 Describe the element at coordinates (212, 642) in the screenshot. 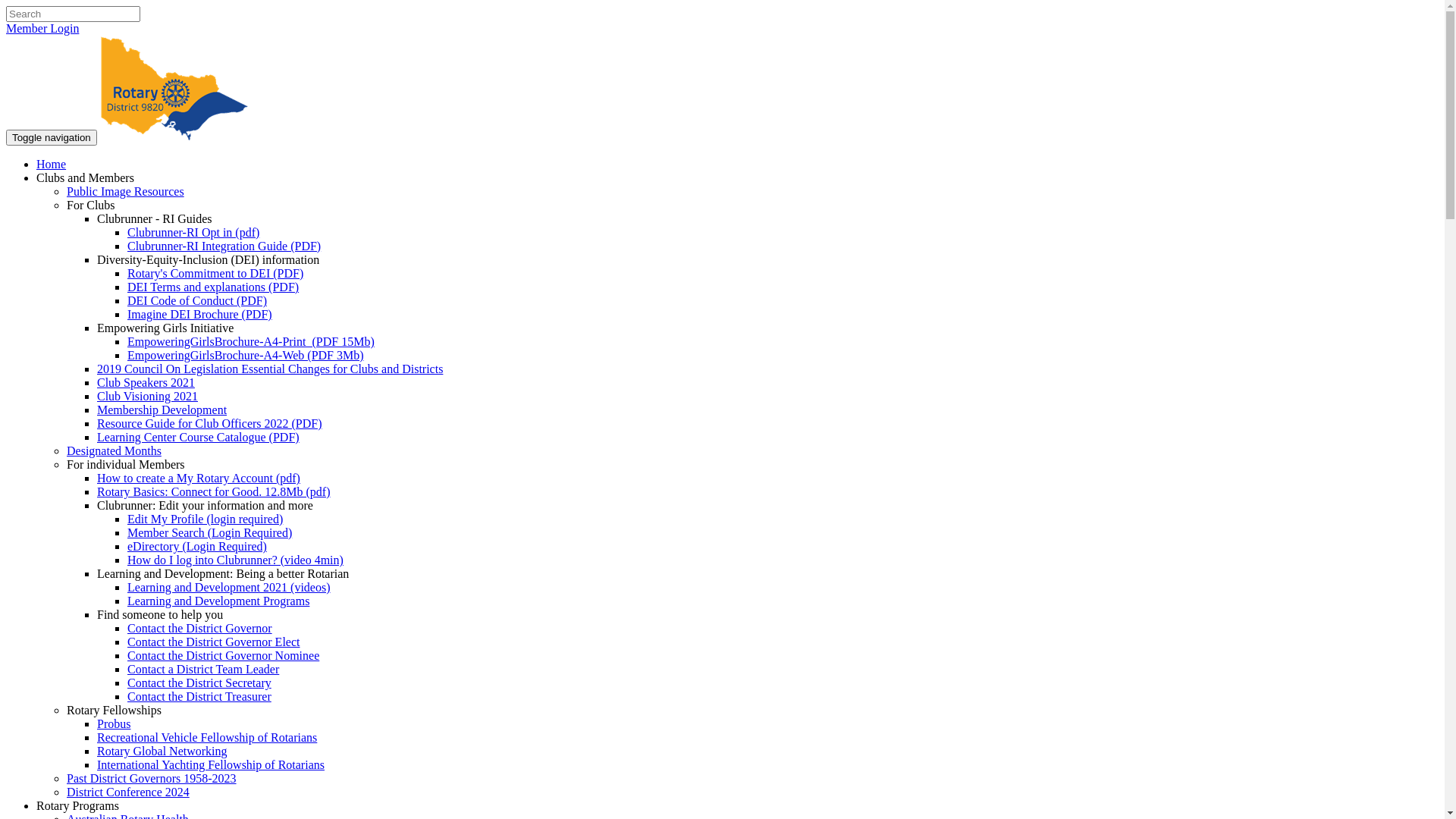

I see `'Contact the District Governor Elect'` at that location.